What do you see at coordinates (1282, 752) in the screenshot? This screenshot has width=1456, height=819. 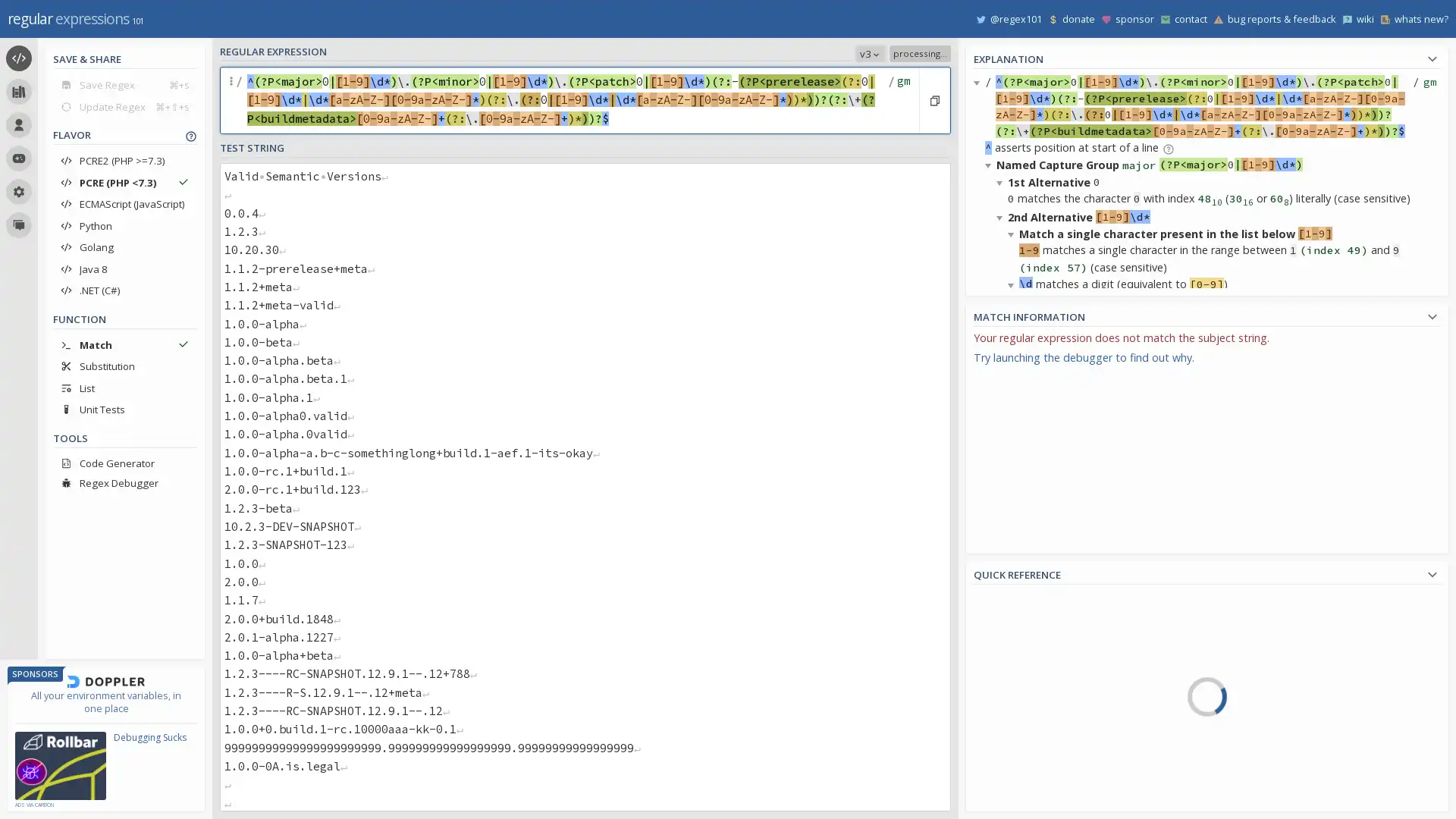 I see `Any whitespace character \s` at bounding box center [1282, 752].